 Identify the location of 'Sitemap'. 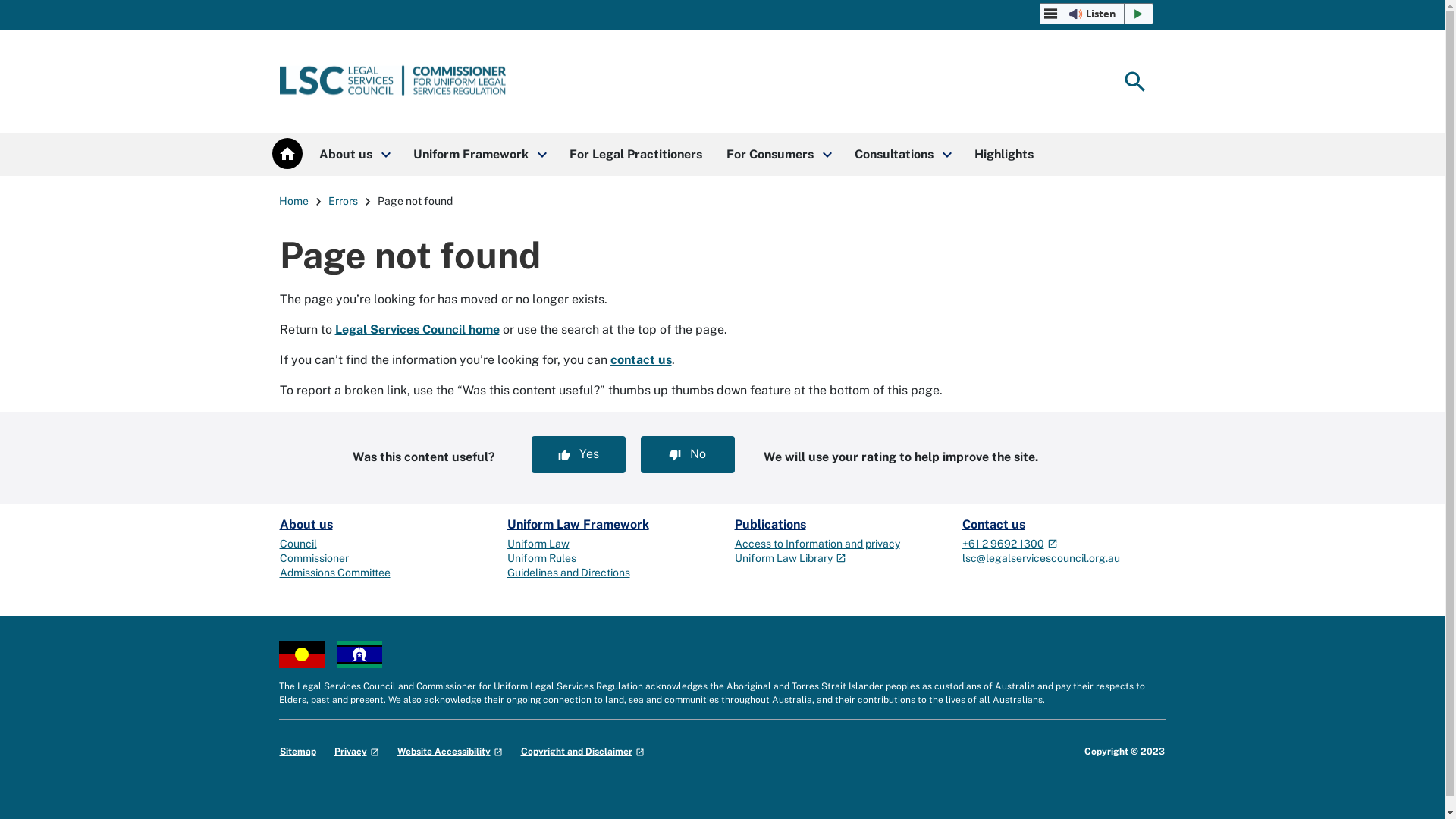
(297, 752).